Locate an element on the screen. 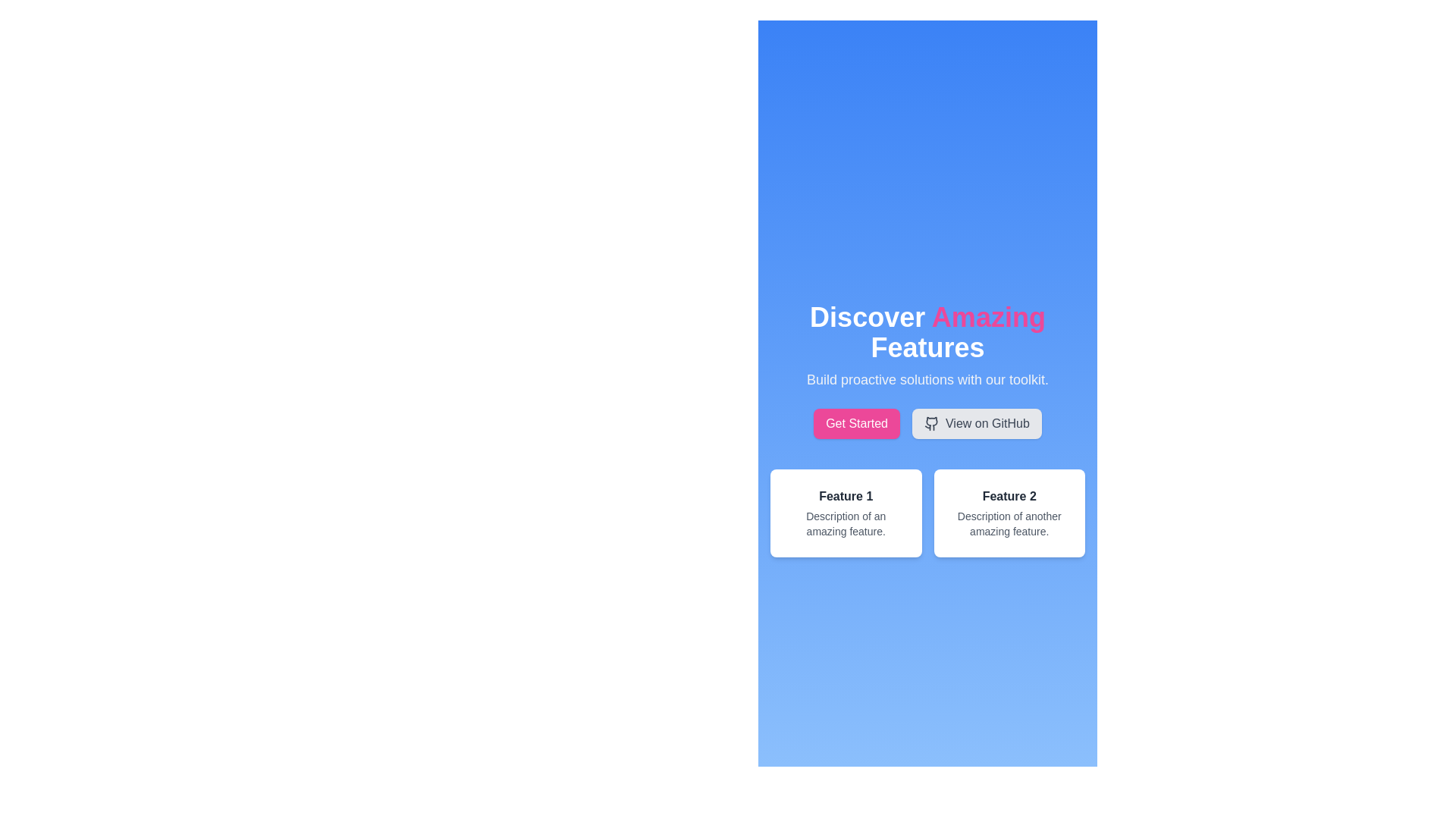 Image resolution: width=1456 pixels, height=819 pixels. the text display element that reads 'Build proactive solutions with our toolkit.' which is styled with light-gray text on a blue background, located below the header 'Discover Amazing Features.' is located at coordinates (927, 379).